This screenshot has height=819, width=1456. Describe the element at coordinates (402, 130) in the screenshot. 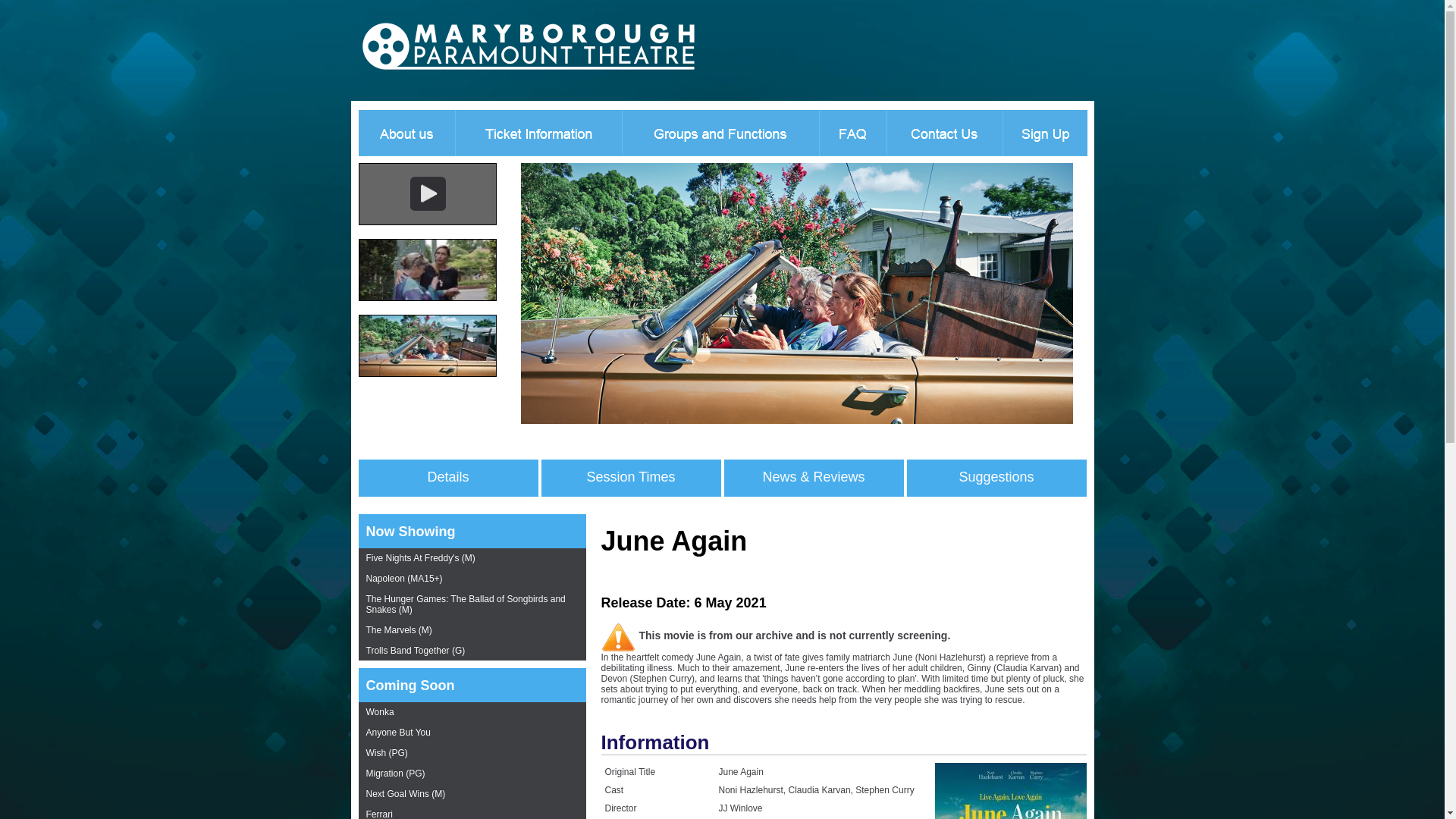

I see `'About Us'` at that location.